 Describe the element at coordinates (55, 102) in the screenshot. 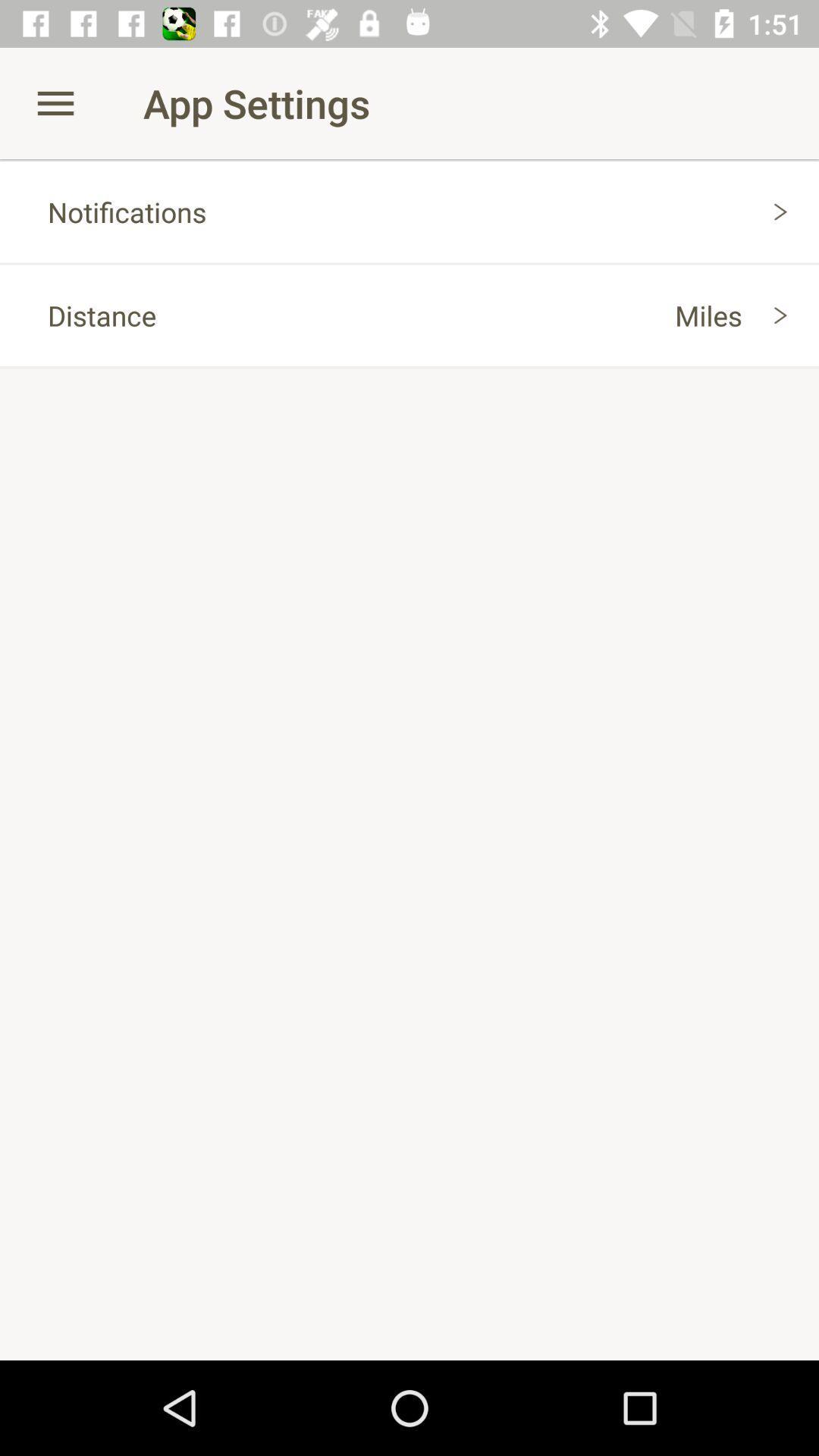

I see `icon next to app settings` at that location.